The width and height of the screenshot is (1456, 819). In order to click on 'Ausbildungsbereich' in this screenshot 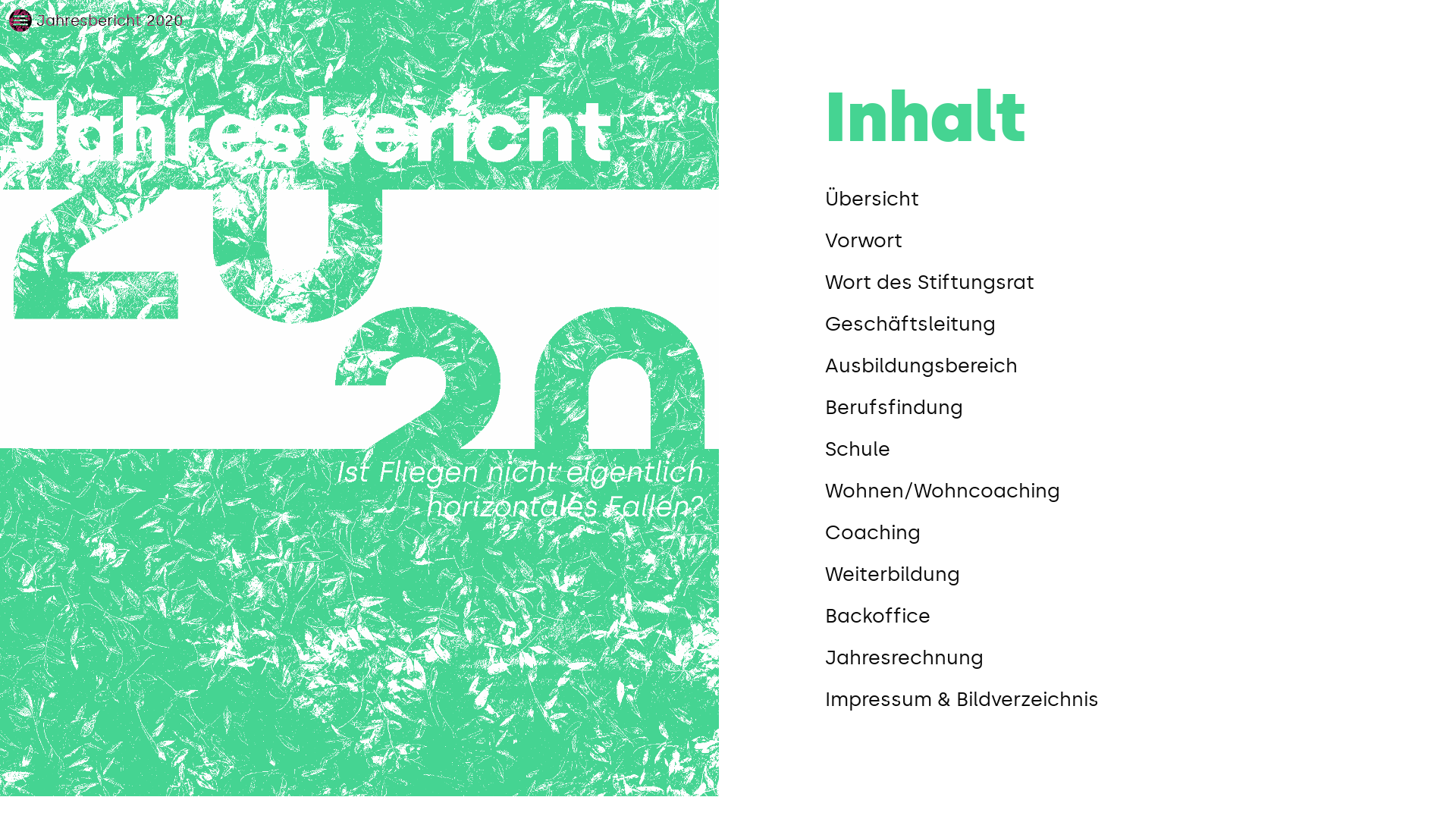, I will do `click(824, 366)`.